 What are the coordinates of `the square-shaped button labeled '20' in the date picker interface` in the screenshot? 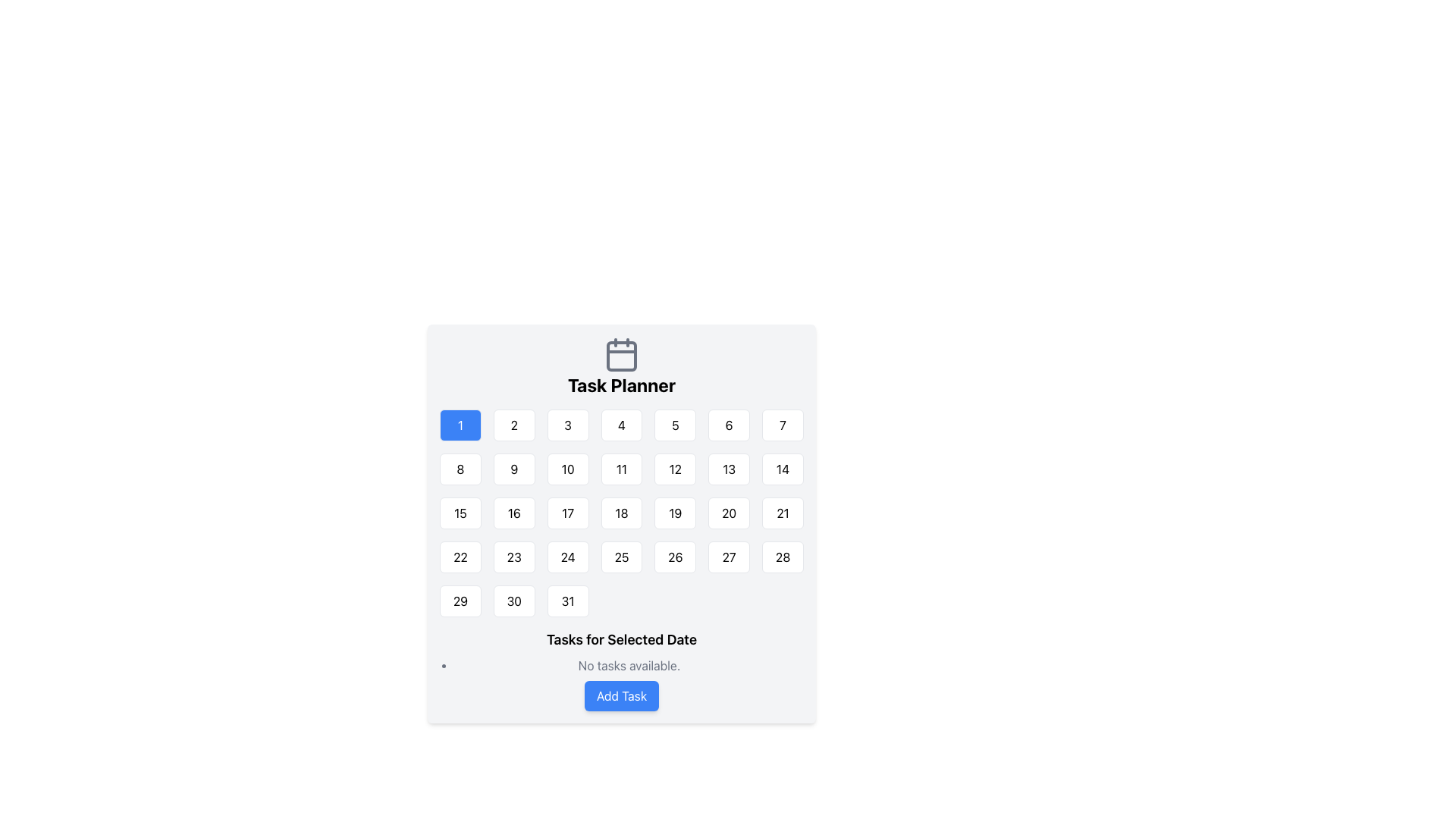 It's located at (729, 513).